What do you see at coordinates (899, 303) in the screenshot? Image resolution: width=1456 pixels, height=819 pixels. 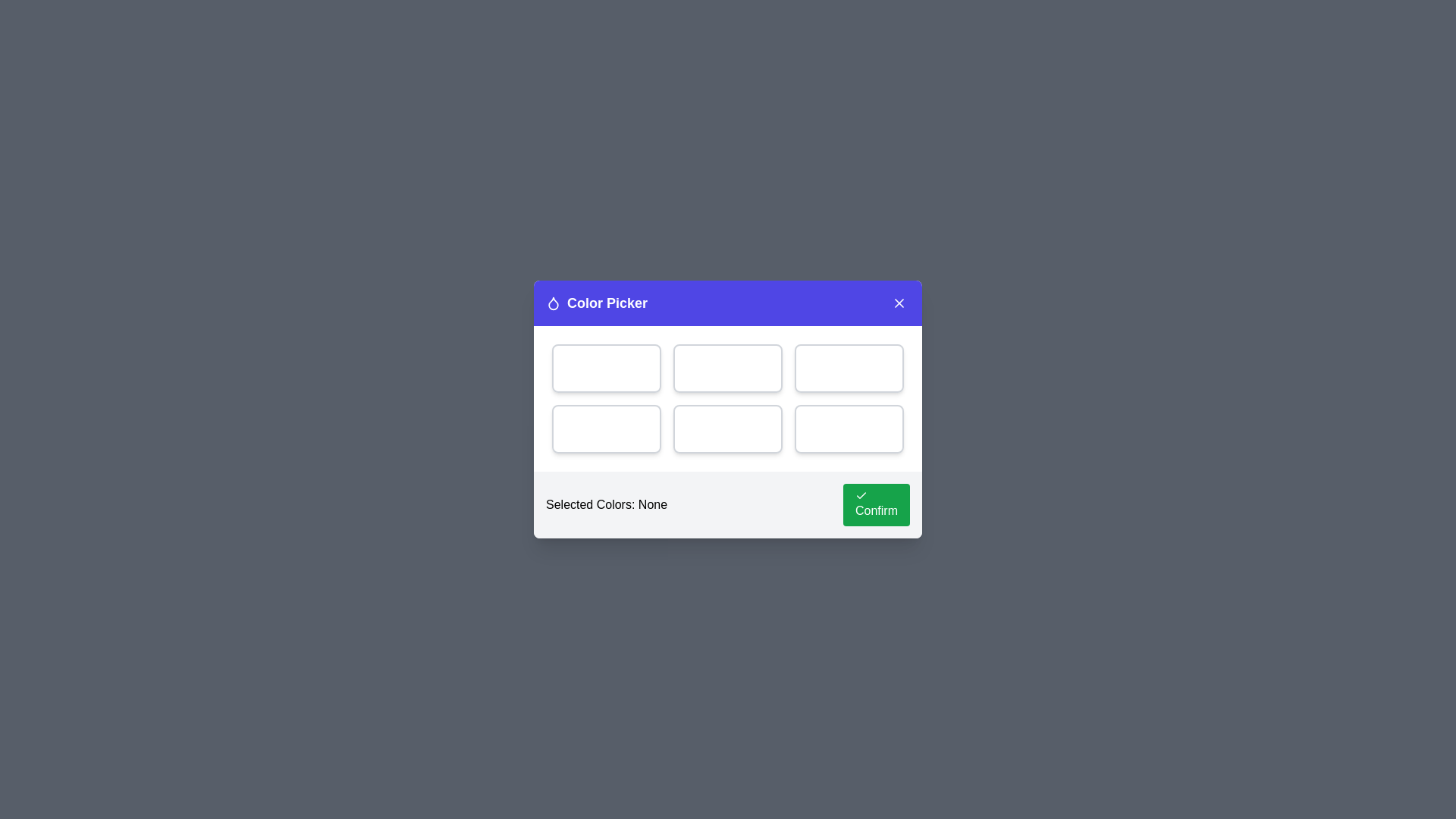 I see `the close button to close the dialog` at bounding box center [899, 303].